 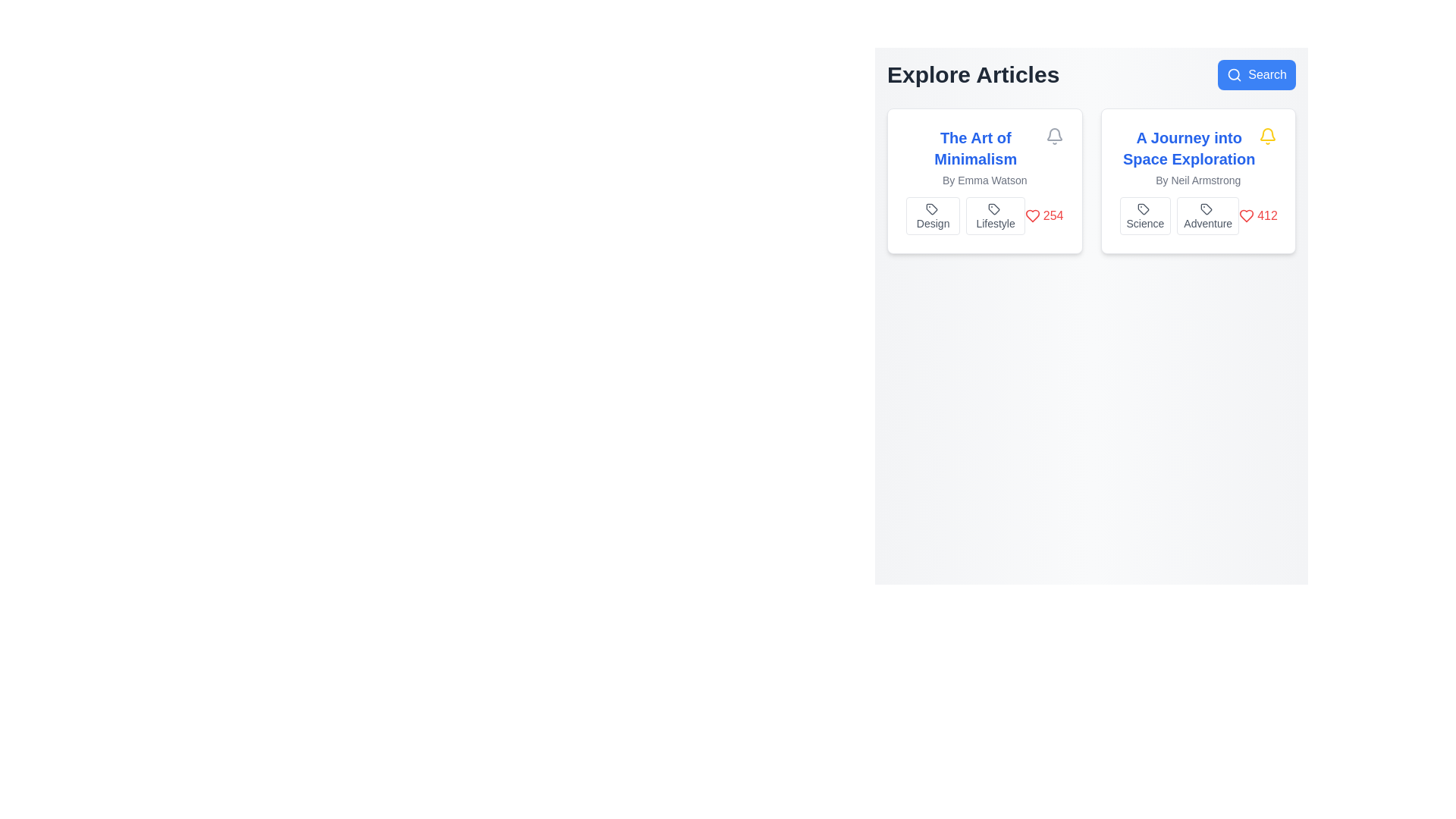 I want to click on the text block titled 'The Art of Minimalism' with the subtitle 'By Emma Watson' positioned at the top center of the leftmost card, so click(x=984, y=158).